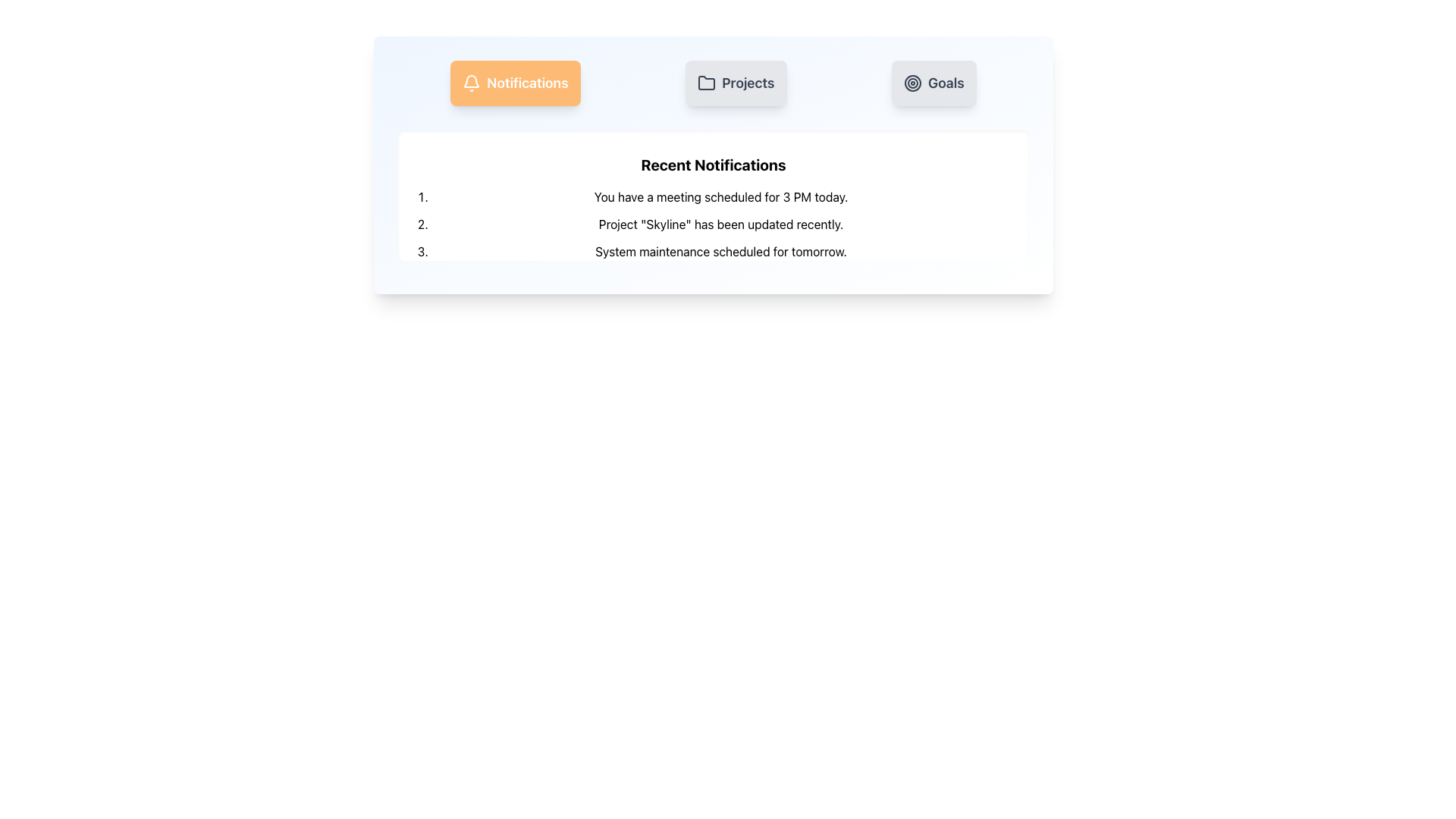 The height and width of the screenshot is (819, 1456). What do you see at coordinates (720, 196) in the screenshot?
I see `the first item in the ordered list of recent notifications, which states 'You have a meeting scheduled for 3 PM today.'` at bounding box center [720, 196].